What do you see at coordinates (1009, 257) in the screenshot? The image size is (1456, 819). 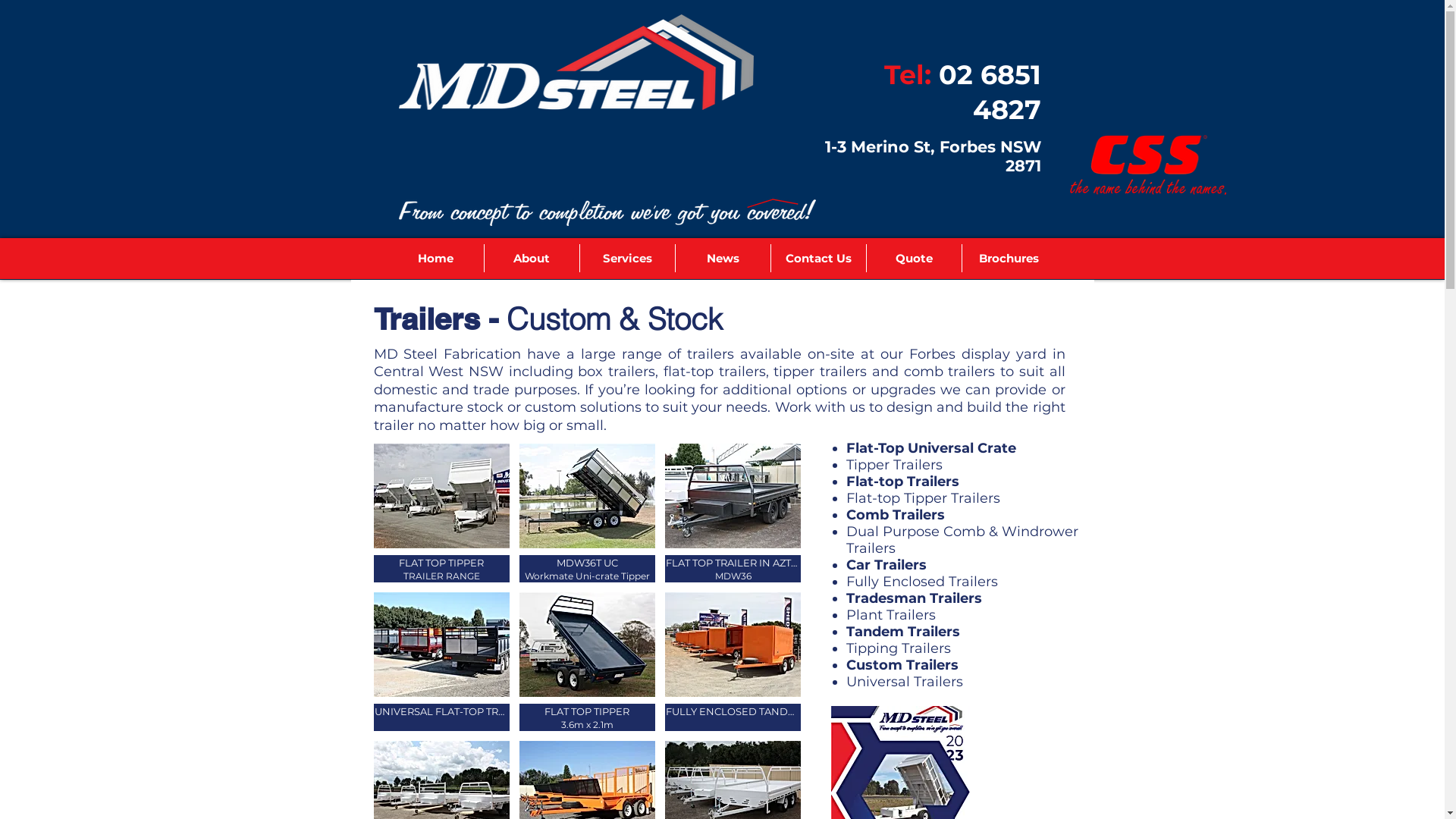 I see `'Brochures'` at bounding box center [1009, 257].